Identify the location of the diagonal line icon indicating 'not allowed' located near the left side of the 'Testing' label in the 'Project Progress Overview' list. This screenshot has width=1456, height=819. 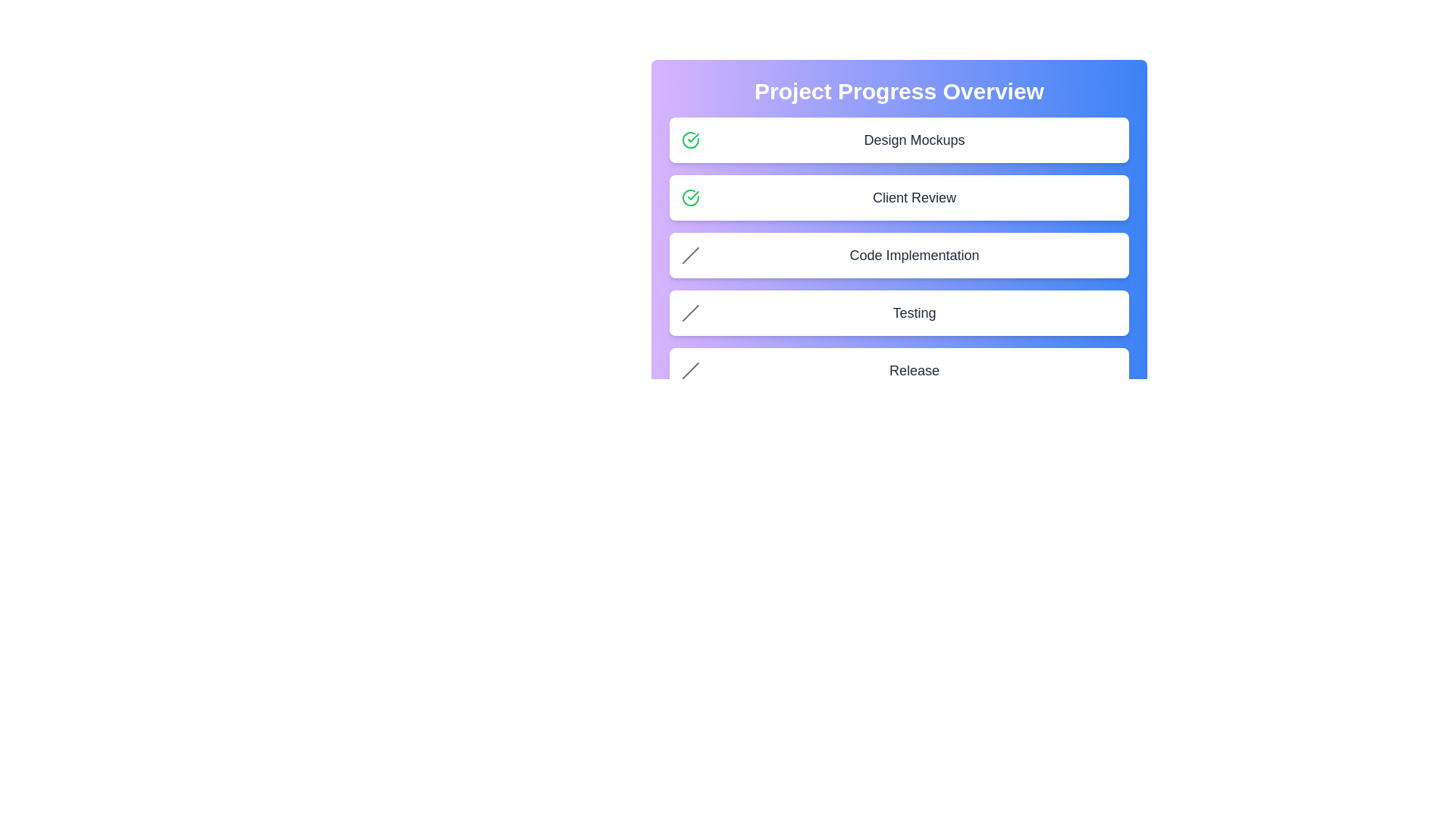
(690, 312).